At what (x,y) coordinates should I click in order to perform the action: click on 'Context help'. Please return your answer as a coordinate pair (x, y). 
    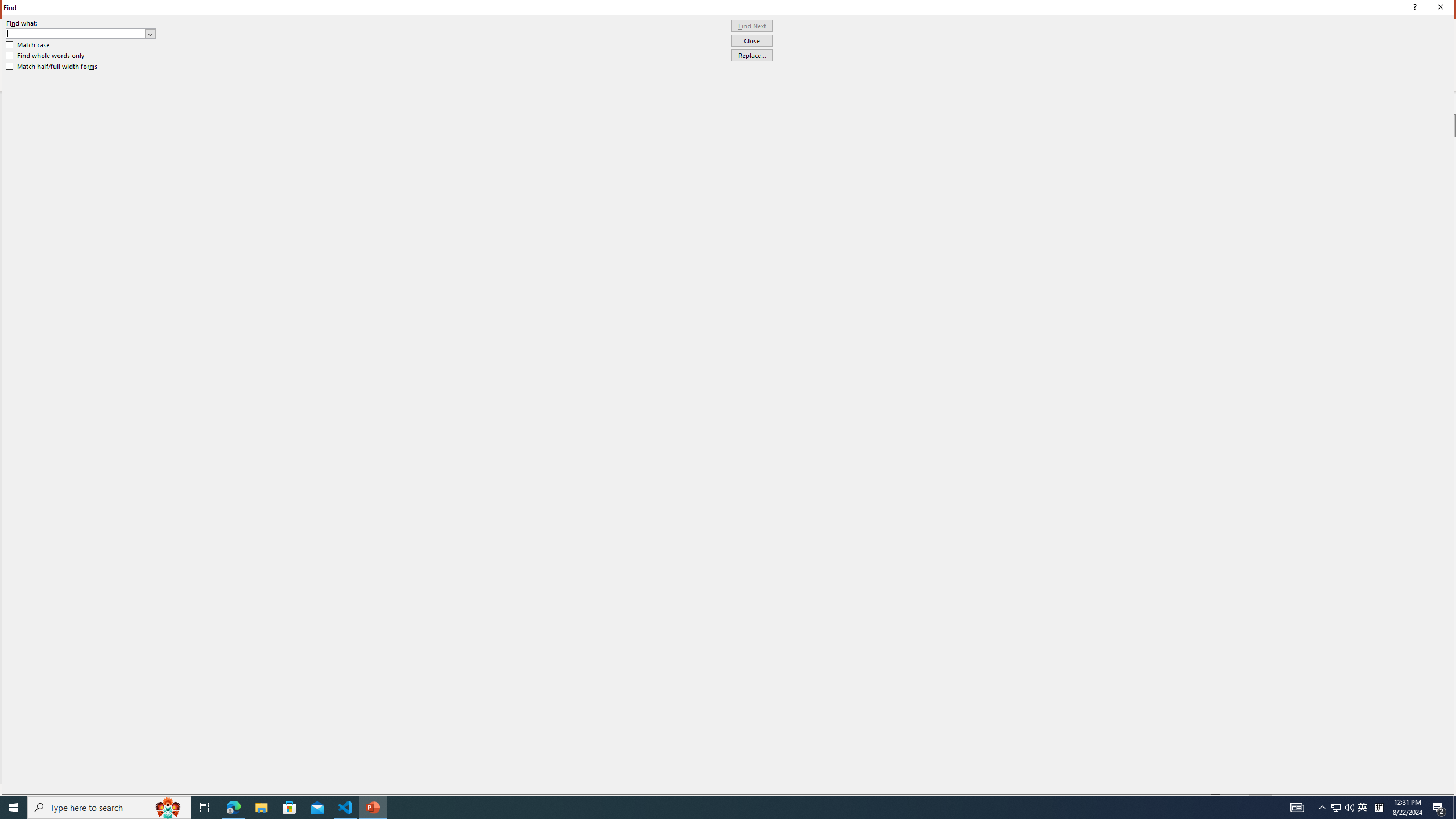
    Looking at the image, I should click on (1413, 9).